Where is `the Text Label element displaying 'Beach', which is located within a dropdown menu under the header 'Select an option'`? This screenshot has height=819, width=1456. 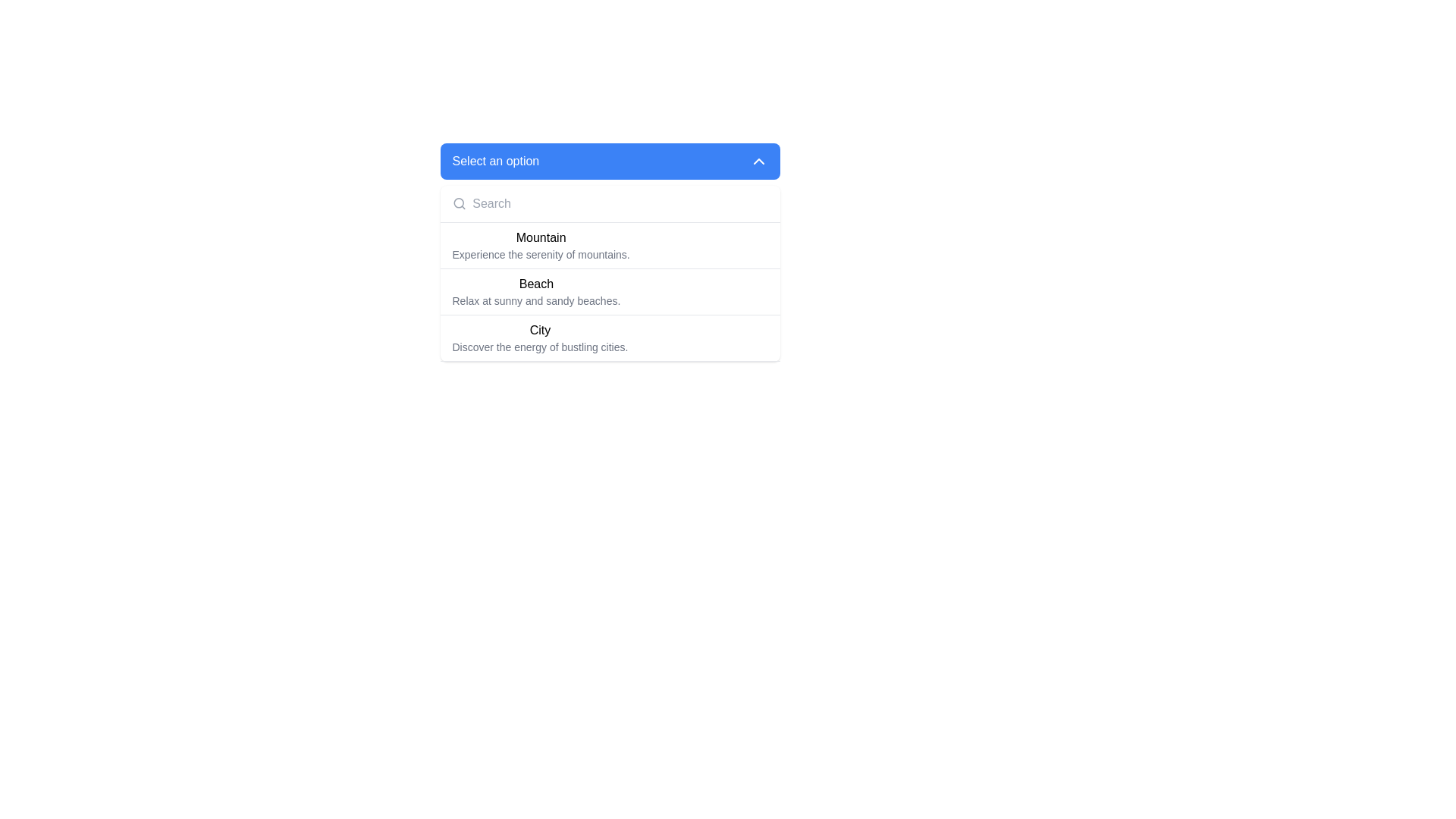
the Text Label element displaying 'Beach', which is located within a dropdown menu under the header 'Select an option' is located at coordinates (536, 284).